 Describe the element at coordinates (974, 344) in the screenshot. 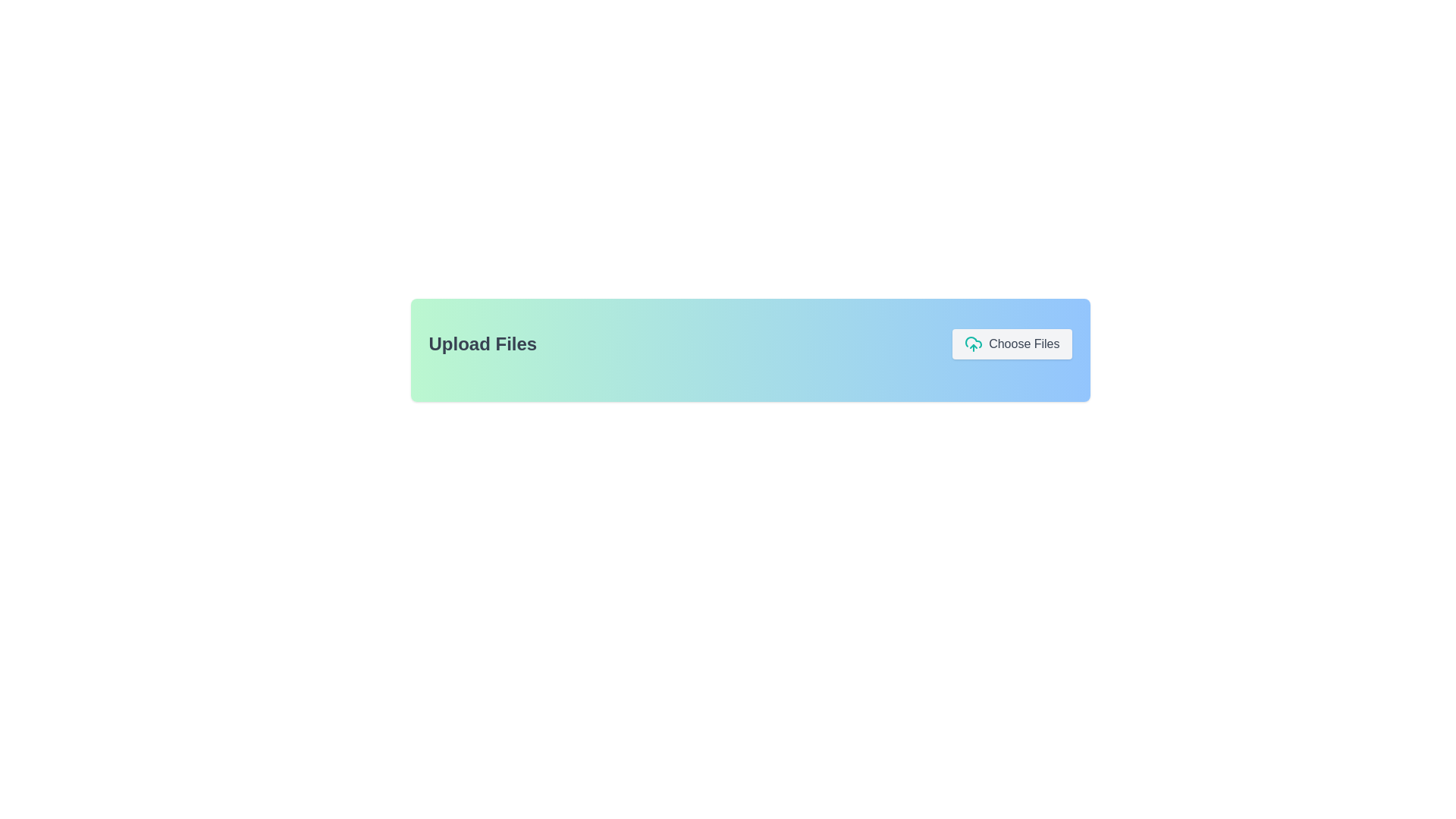

I see `the teal cloud icon with an upward arrow located to the left of the 'Choose Files' text` at that location.